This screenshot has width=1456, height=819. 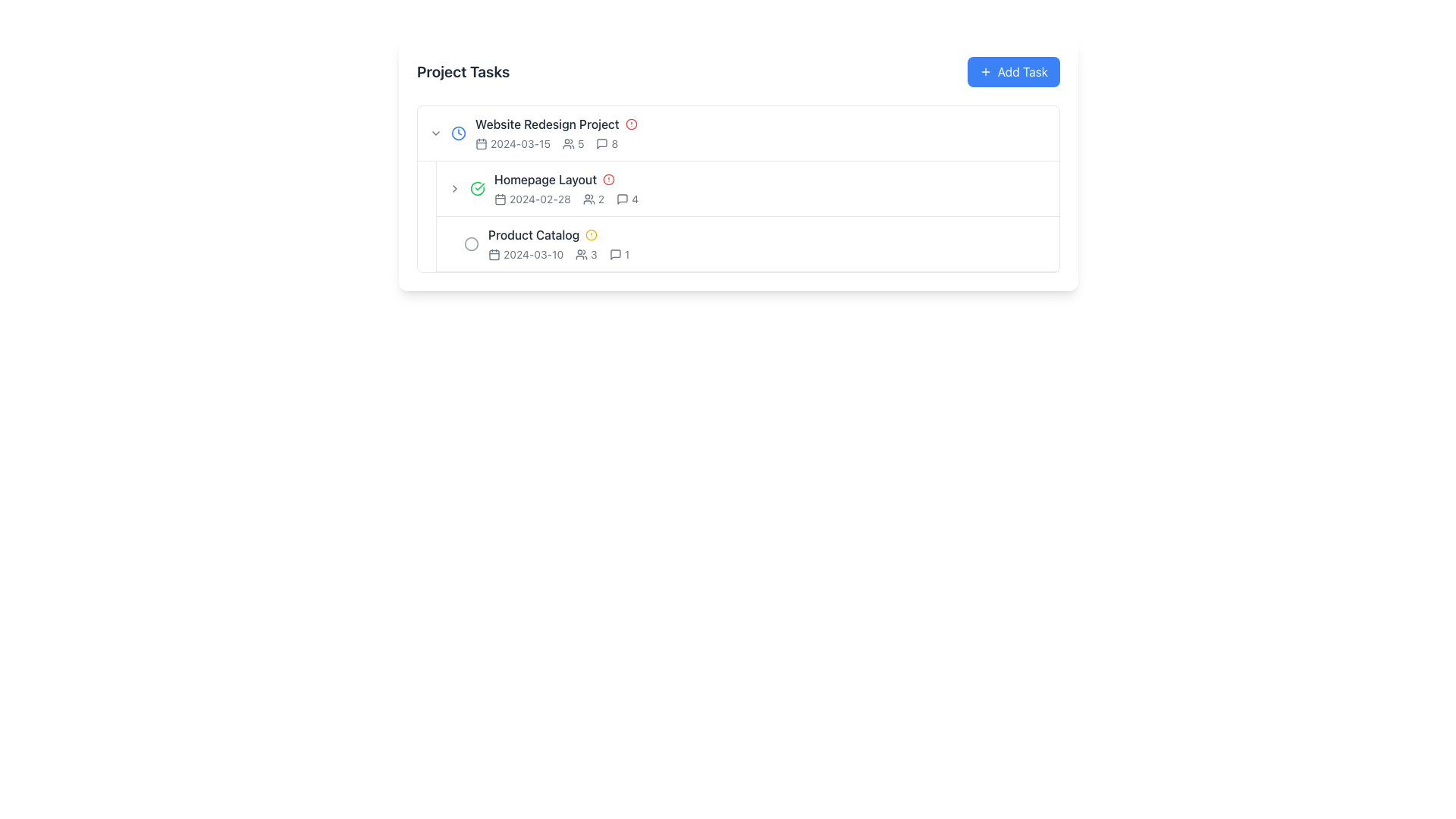 I want to click on the blue circular graphical element that is part of the clock icon next to the 'Website Redesign Project' text, so click(x=457, y=133).